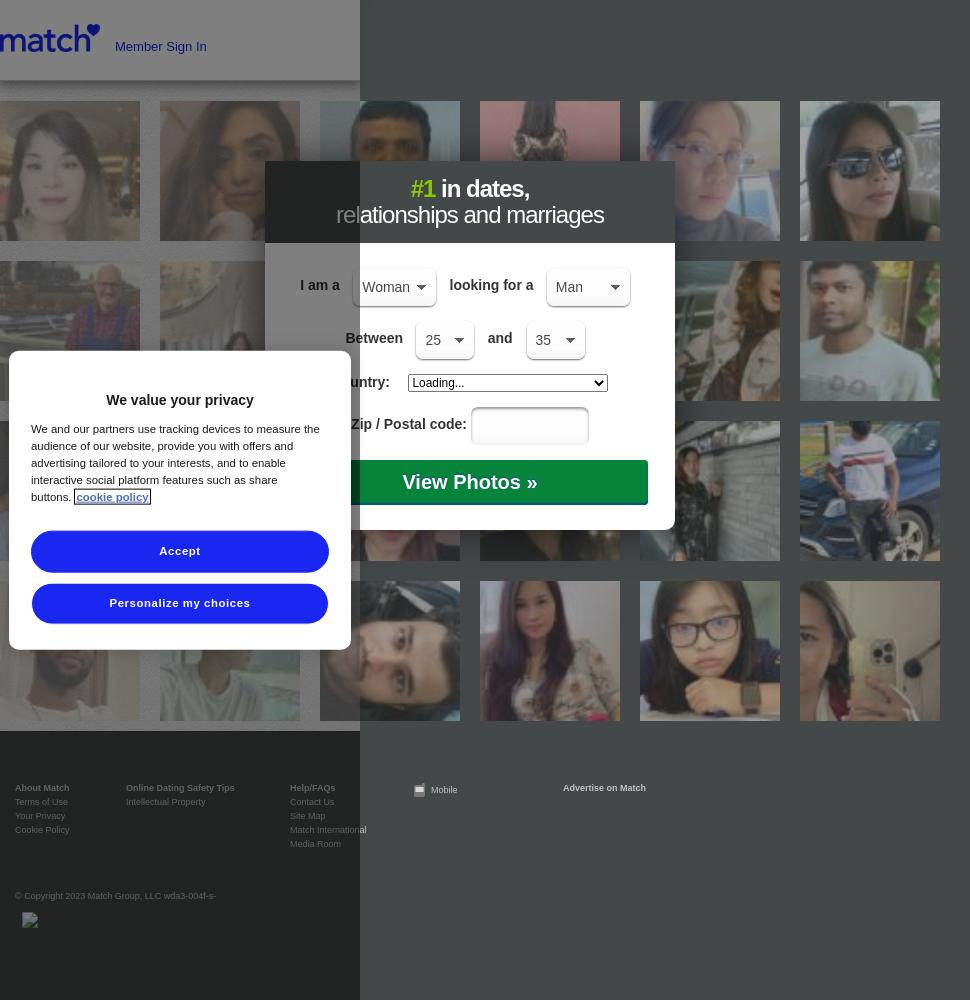 This screenshot has height=1000, width=970. I want to click on 'Zip / Postal code:', so click(410, 424).